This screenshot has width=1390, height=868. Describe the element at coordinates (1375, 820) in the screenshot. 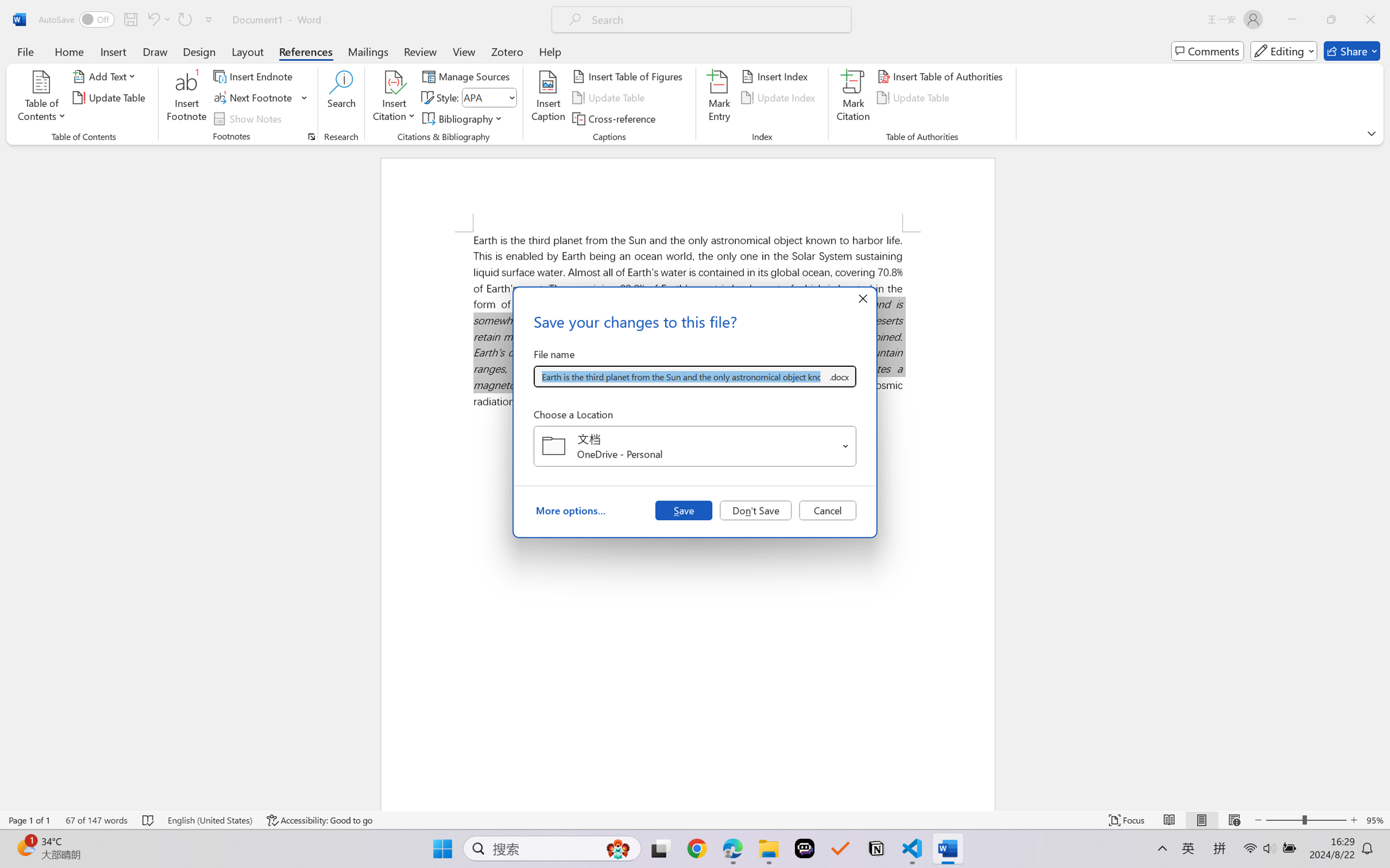

I see `'Zoom 95%'` at that location.